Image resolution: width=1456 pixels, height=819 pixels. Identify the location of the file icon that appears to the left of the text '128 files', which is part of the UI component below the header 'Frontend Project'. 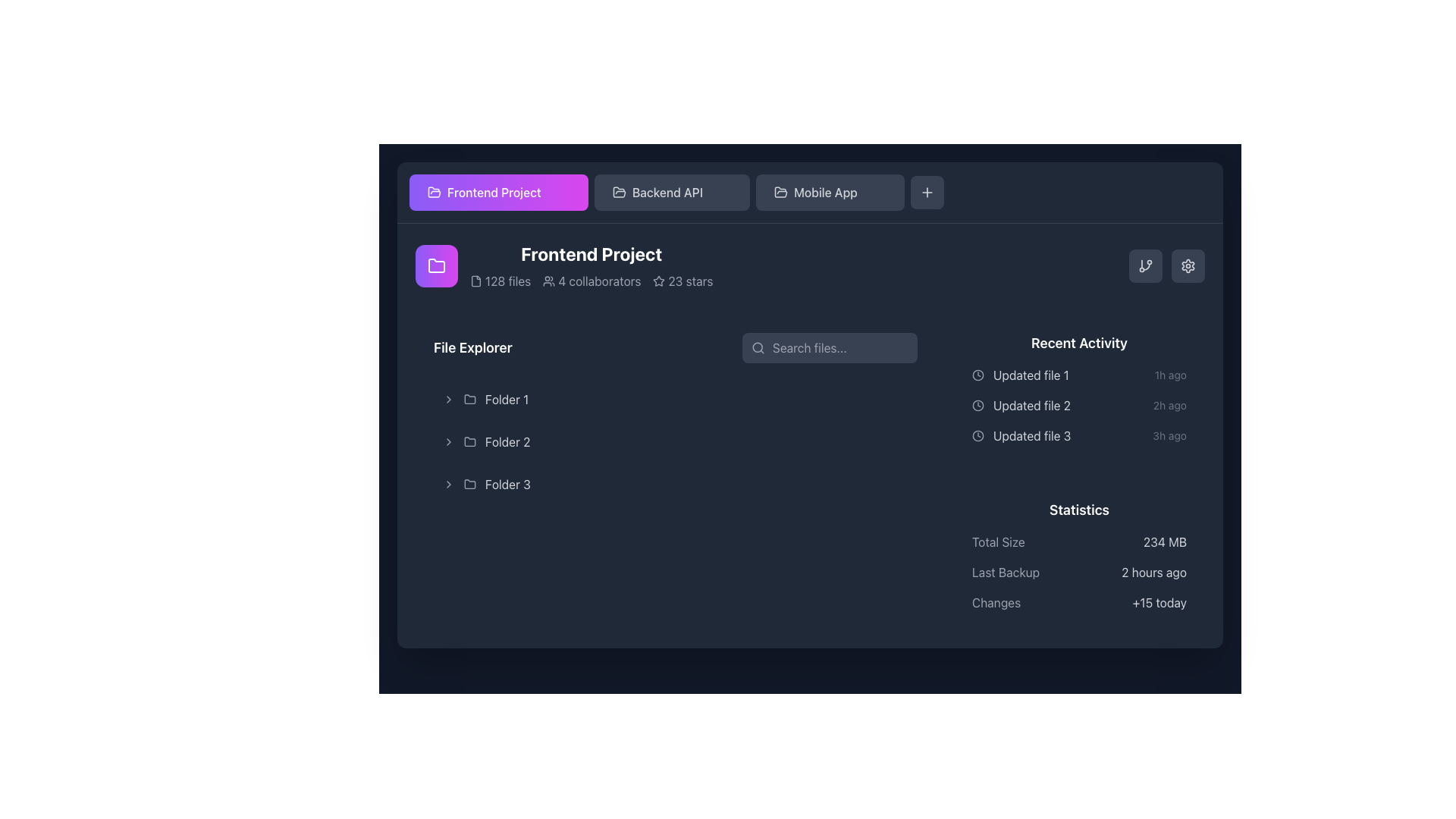
(475, 281).